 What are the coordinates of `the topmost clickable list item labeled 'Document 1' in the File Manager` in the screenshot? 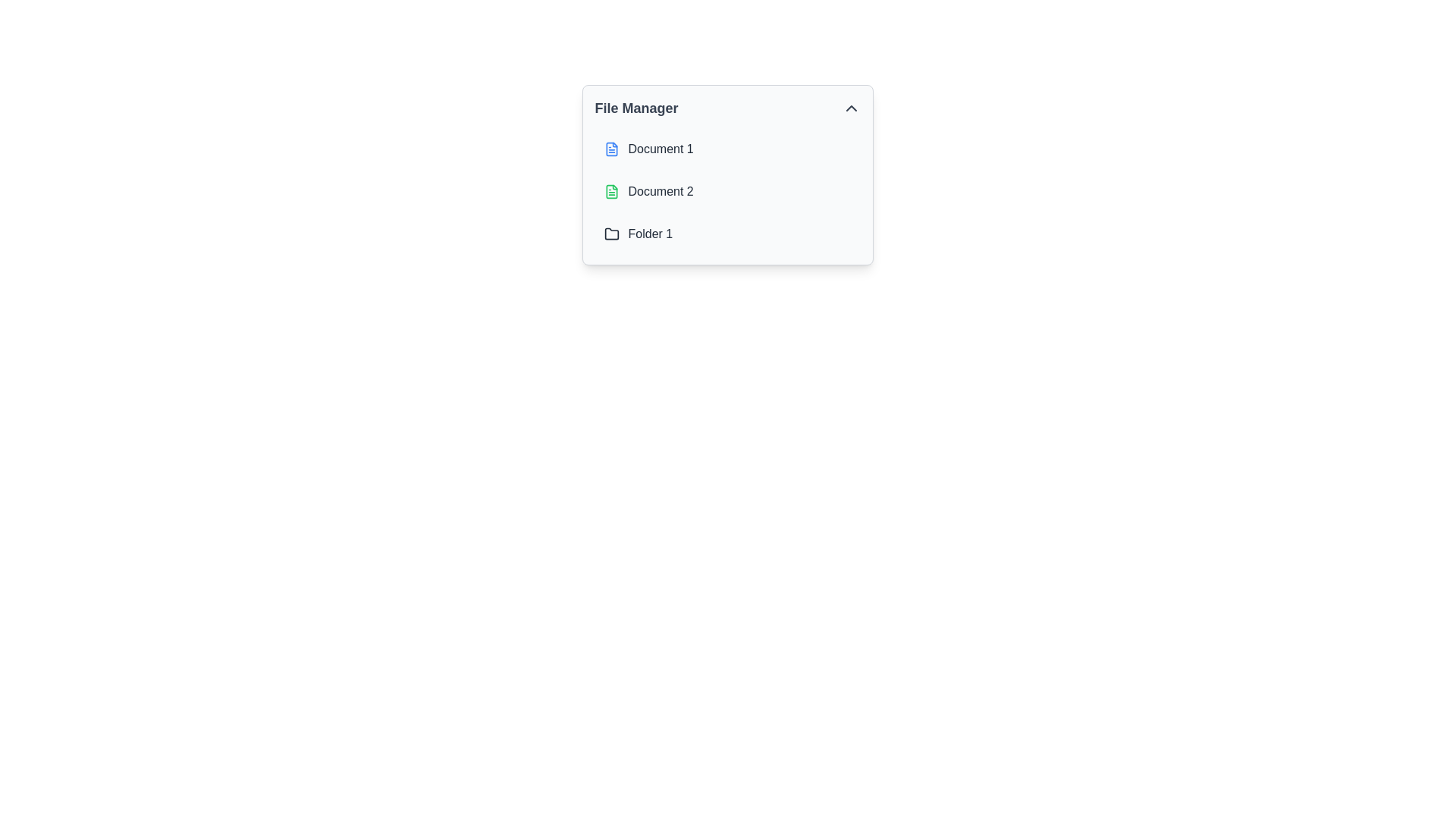 It's located at (726, 149).